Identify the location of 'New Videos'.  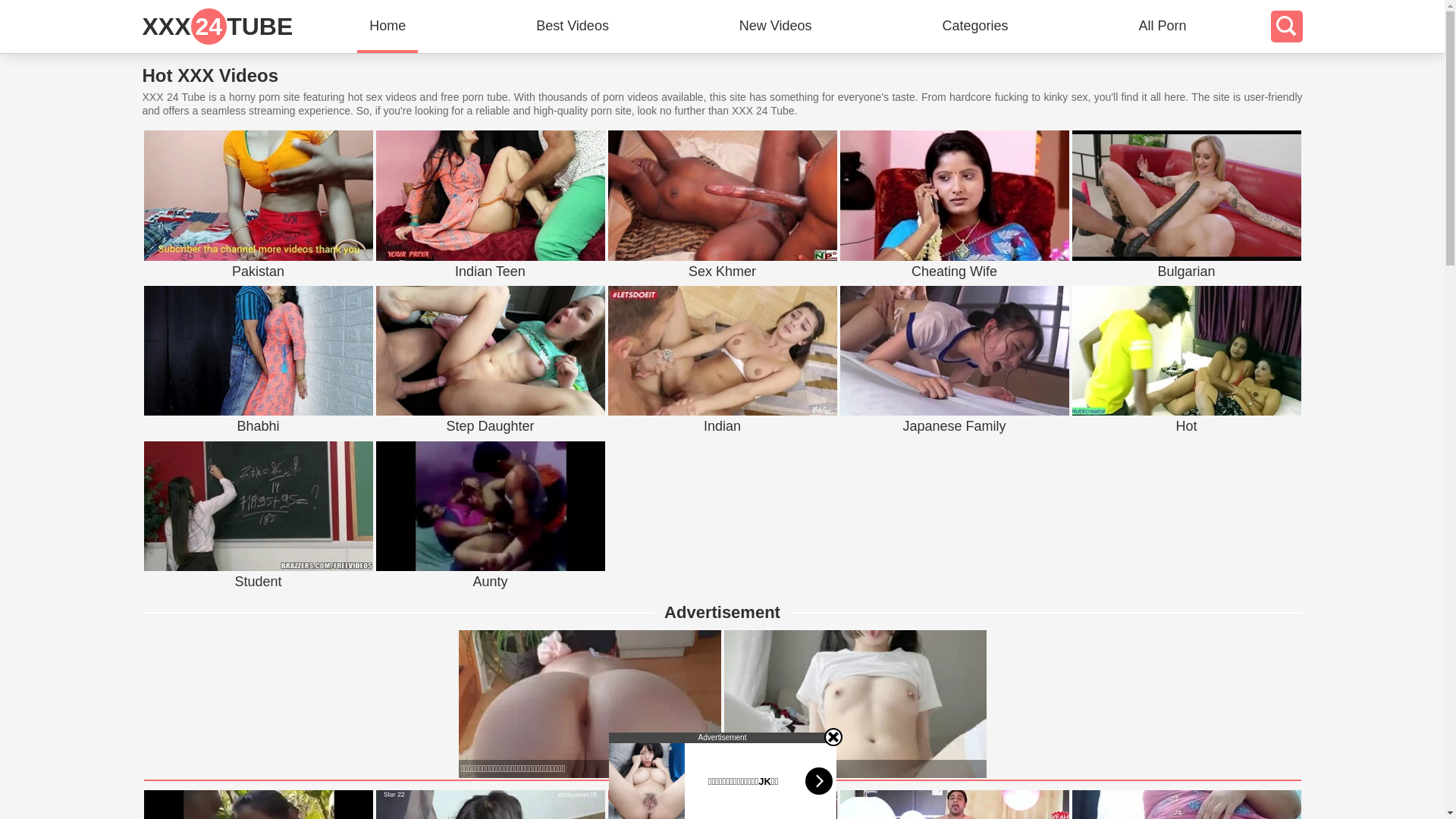
(775, 26).